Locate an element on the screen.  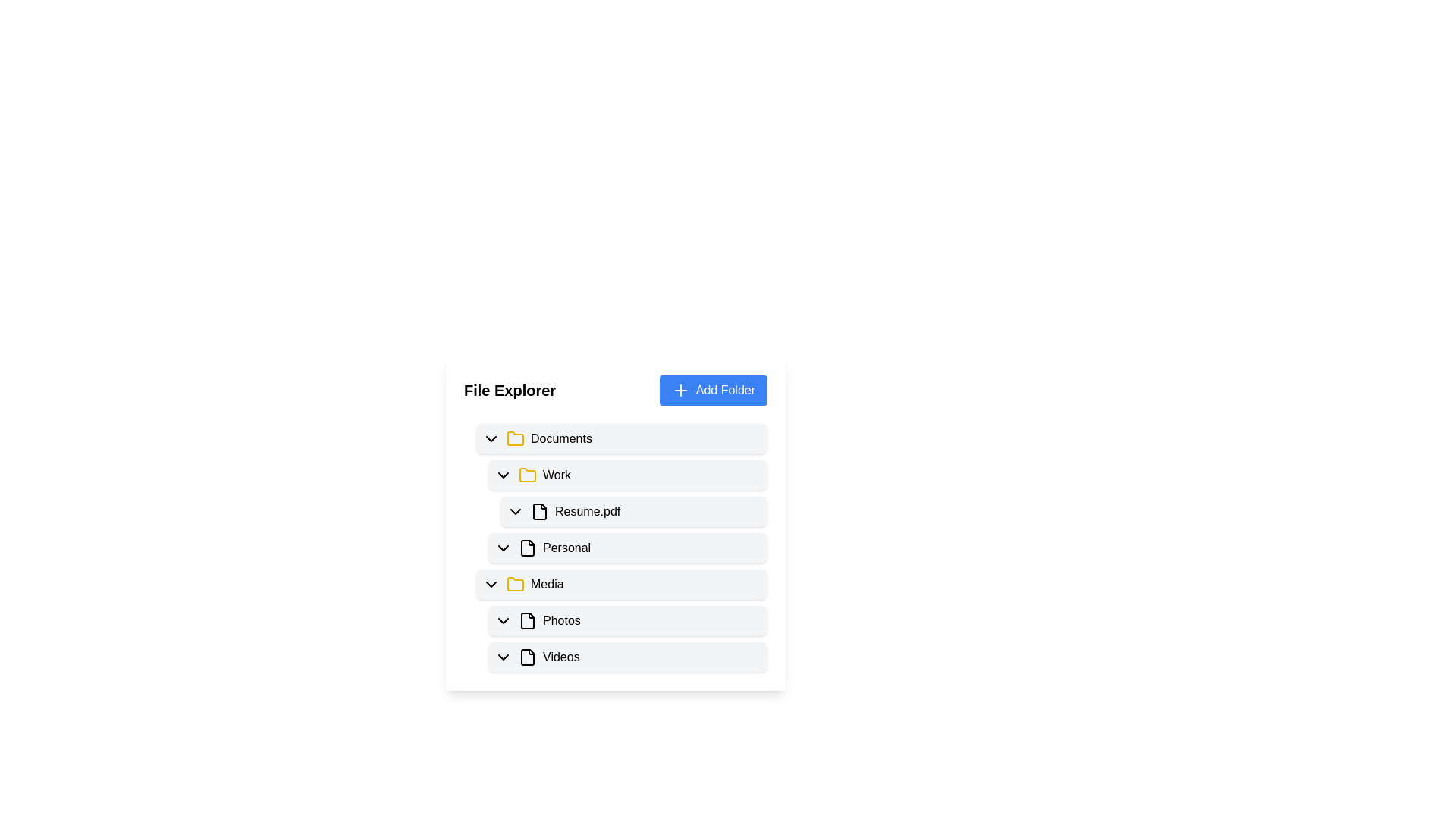
the folder icon styled with a yellow fill and black outlines, located to the left of the text 'Media' is located at coordinates (516, 584).